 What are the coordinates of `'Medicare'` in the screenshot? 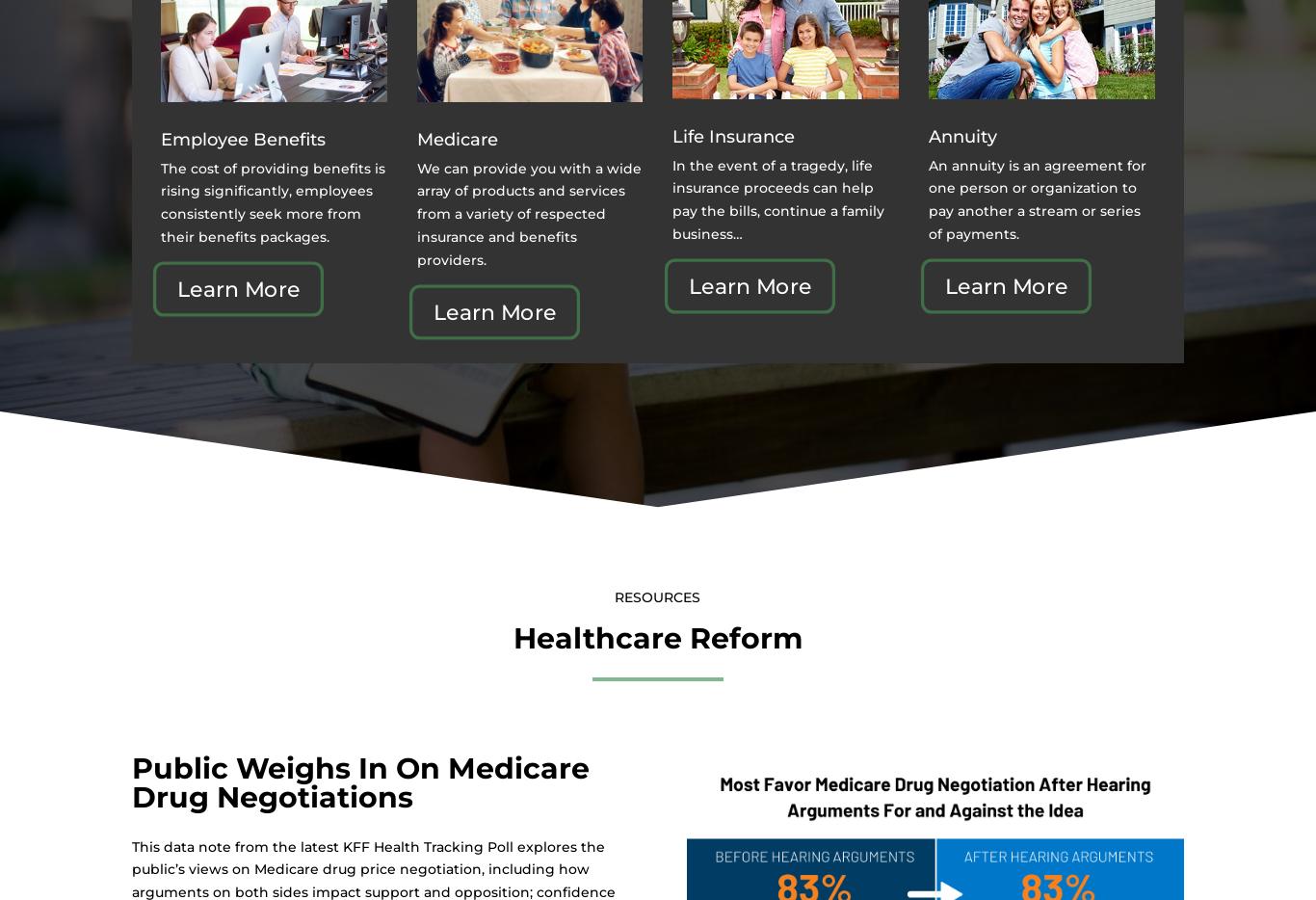 It's located at (415, 139).